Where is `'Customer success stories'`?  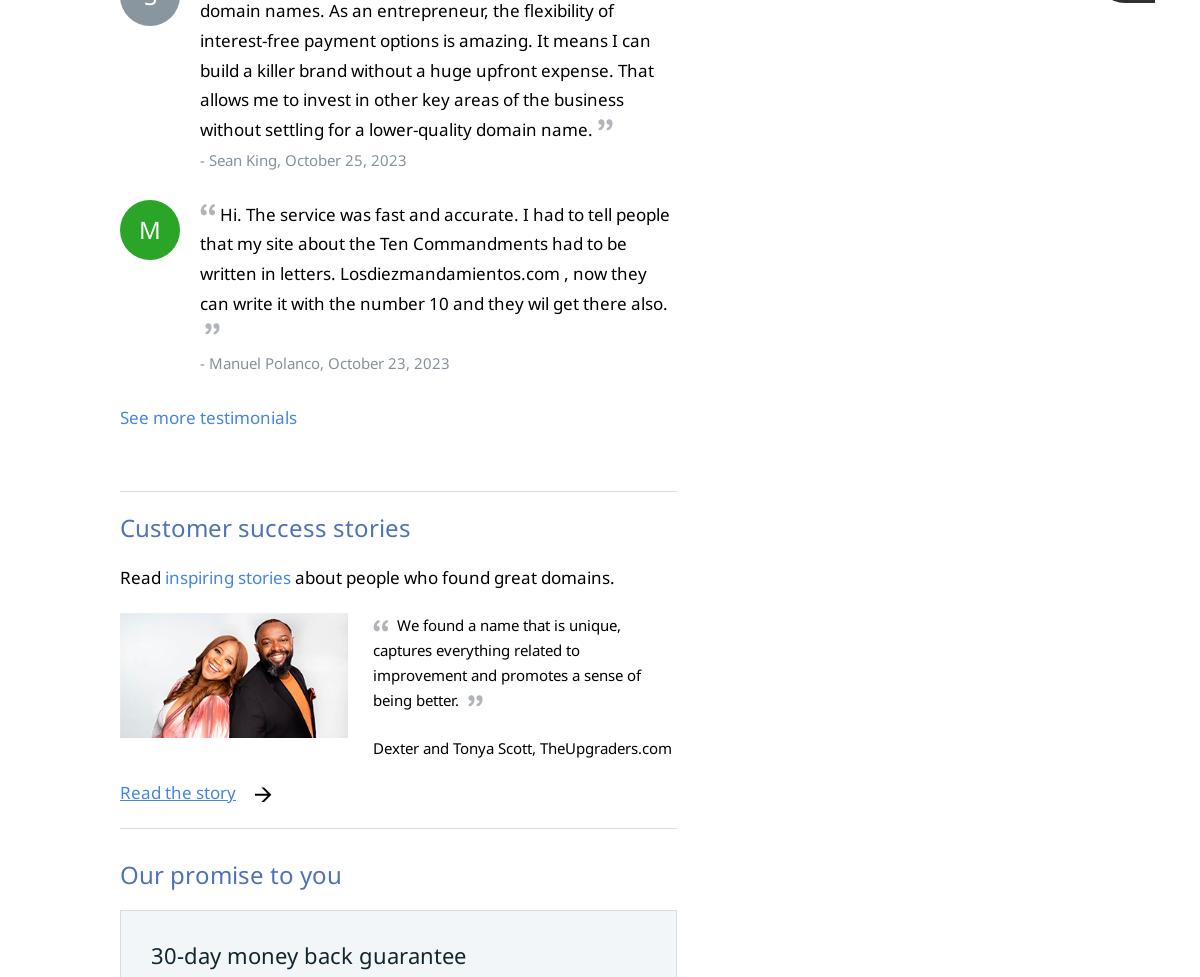 'Customer success stories' is located at coordinates (120, 526).